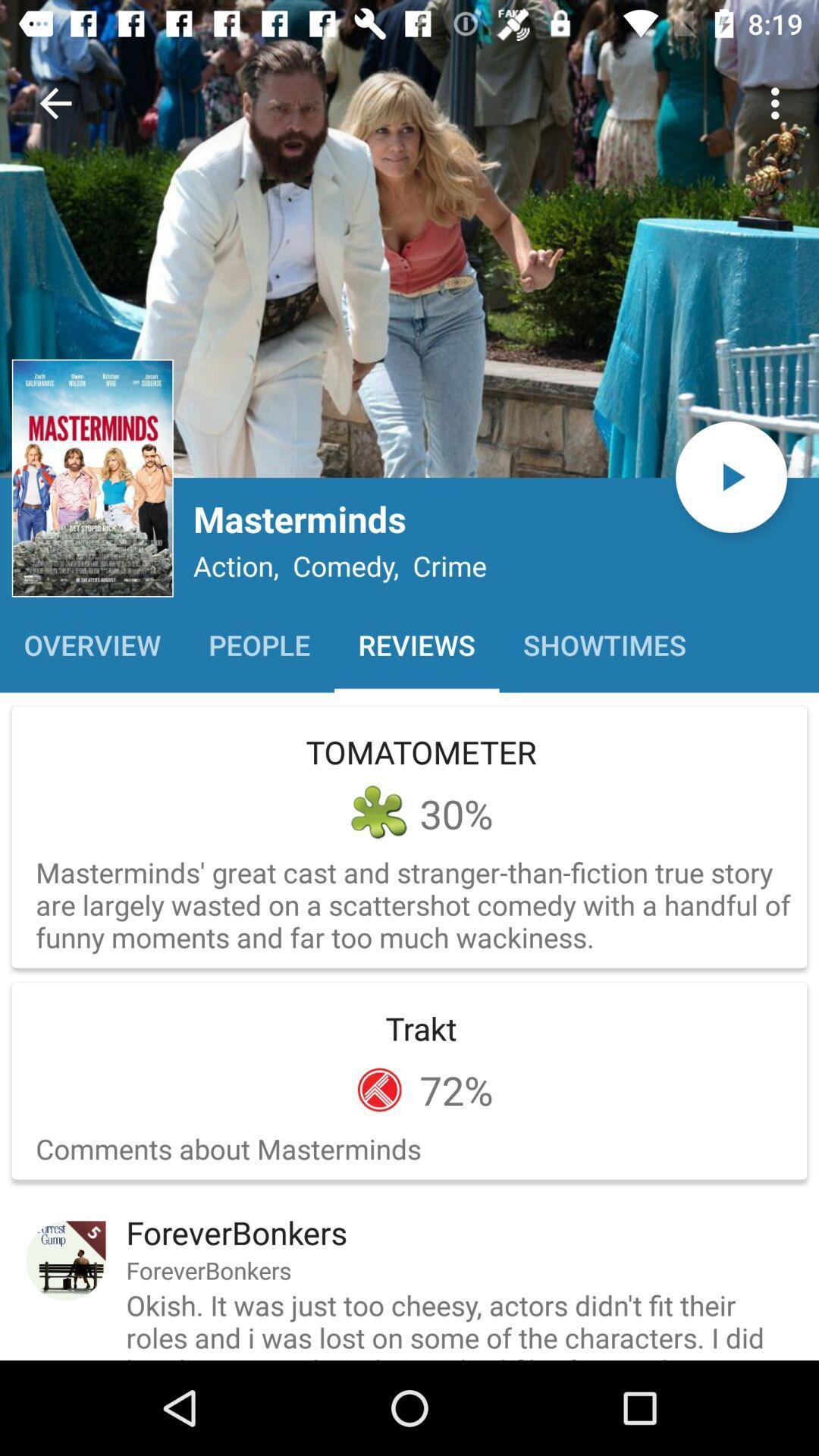  I want to click on the play icon, so click(730, 476).